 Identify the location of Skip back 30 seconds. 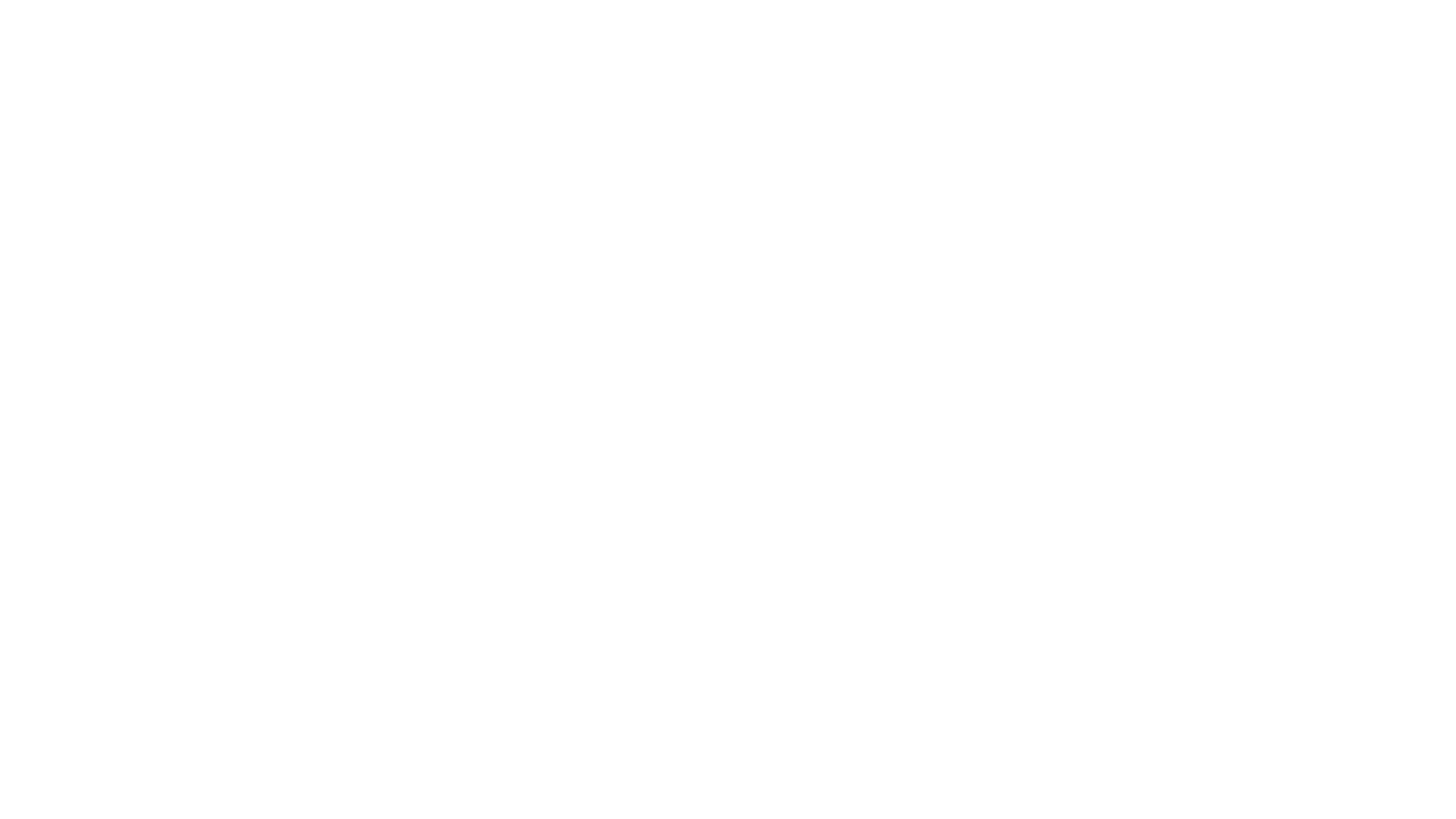
(58, 788).